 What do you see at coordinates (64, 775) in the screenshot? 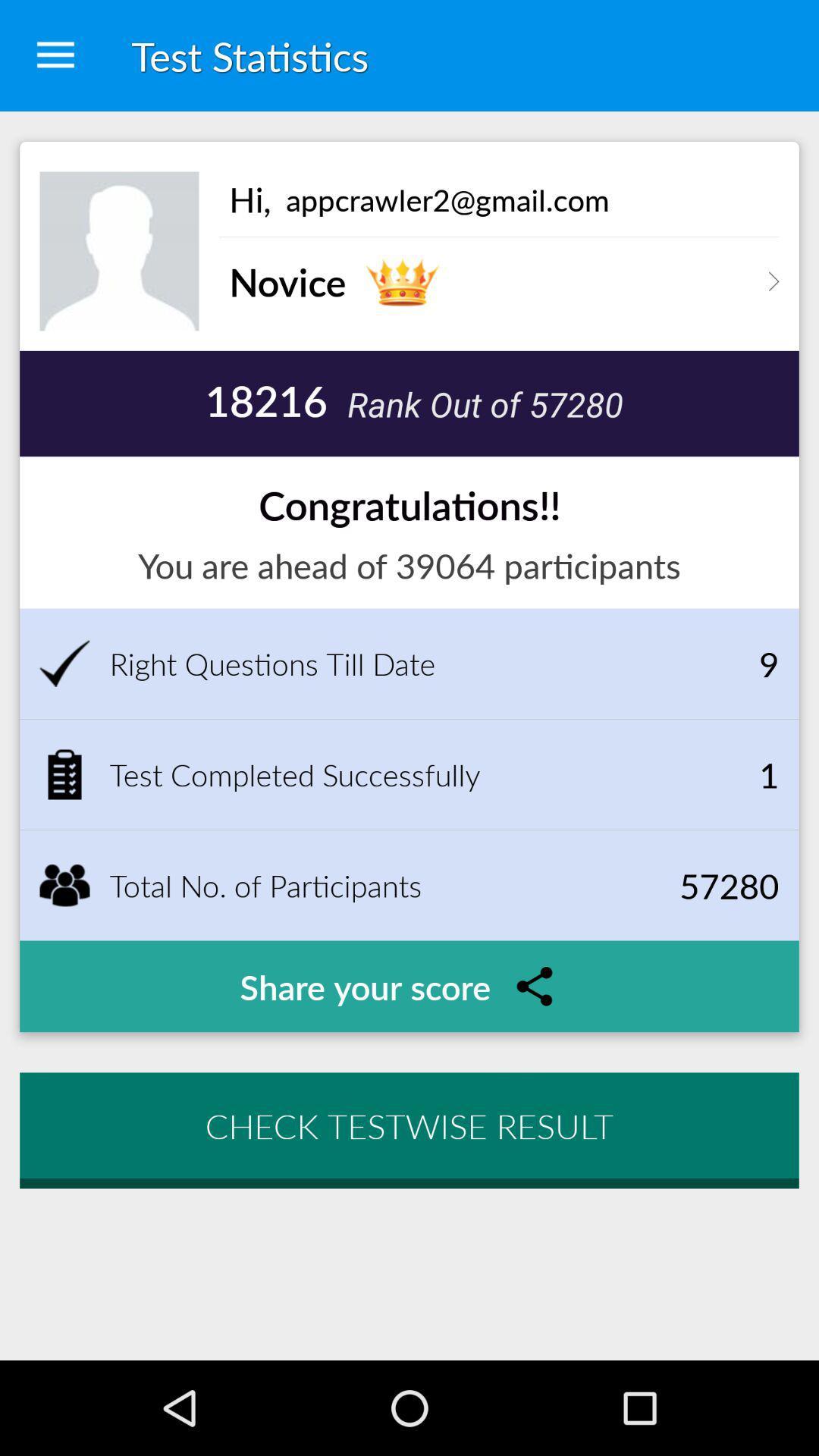
I see `the symbol which is left hand side of test completed successfully` at bounding box center [64, 775].